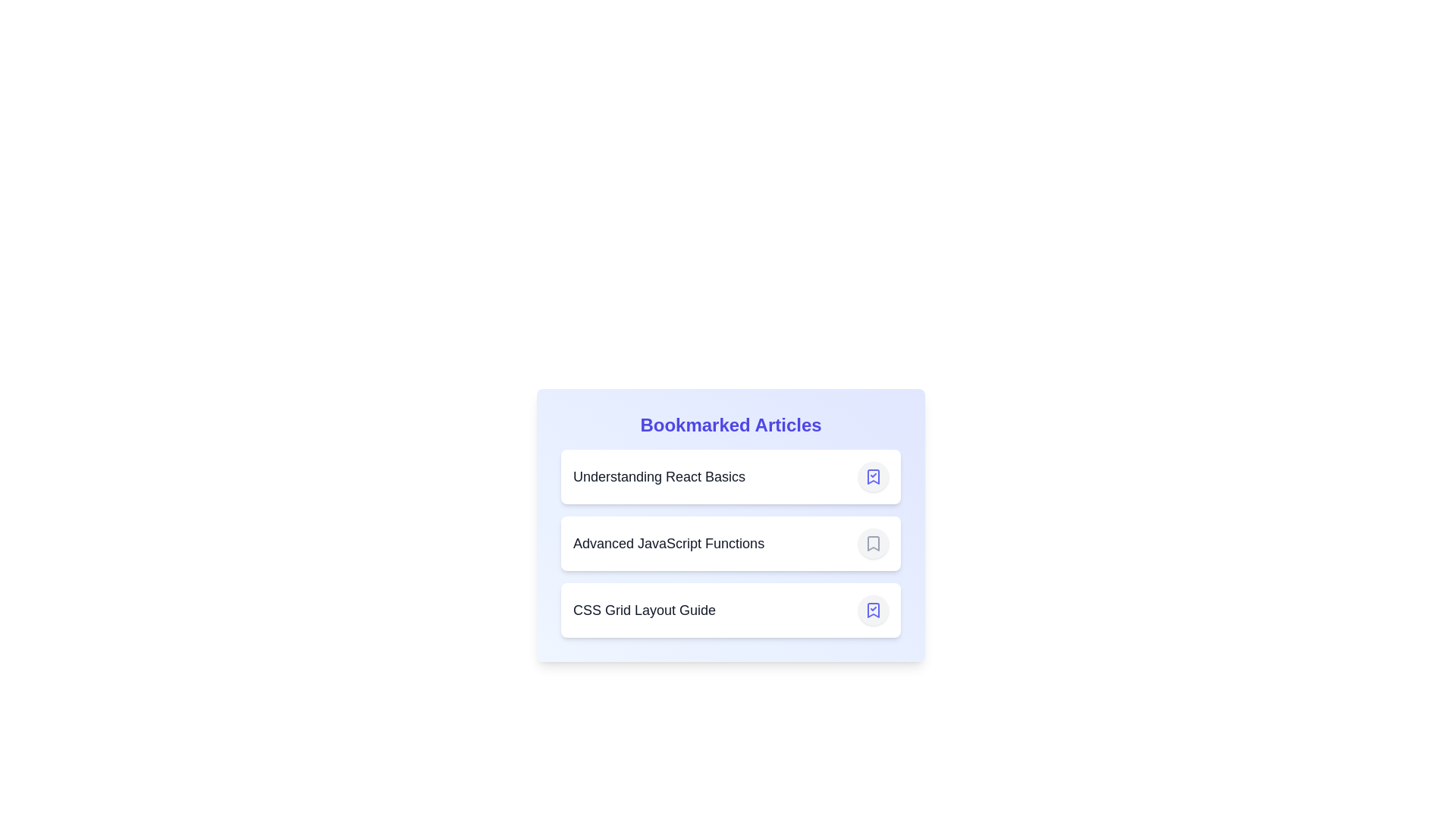 The width and height of the screenshot is (1456, 819). I want to click on the article item titled CSS Grid Layout Guide, so click(731, 610).